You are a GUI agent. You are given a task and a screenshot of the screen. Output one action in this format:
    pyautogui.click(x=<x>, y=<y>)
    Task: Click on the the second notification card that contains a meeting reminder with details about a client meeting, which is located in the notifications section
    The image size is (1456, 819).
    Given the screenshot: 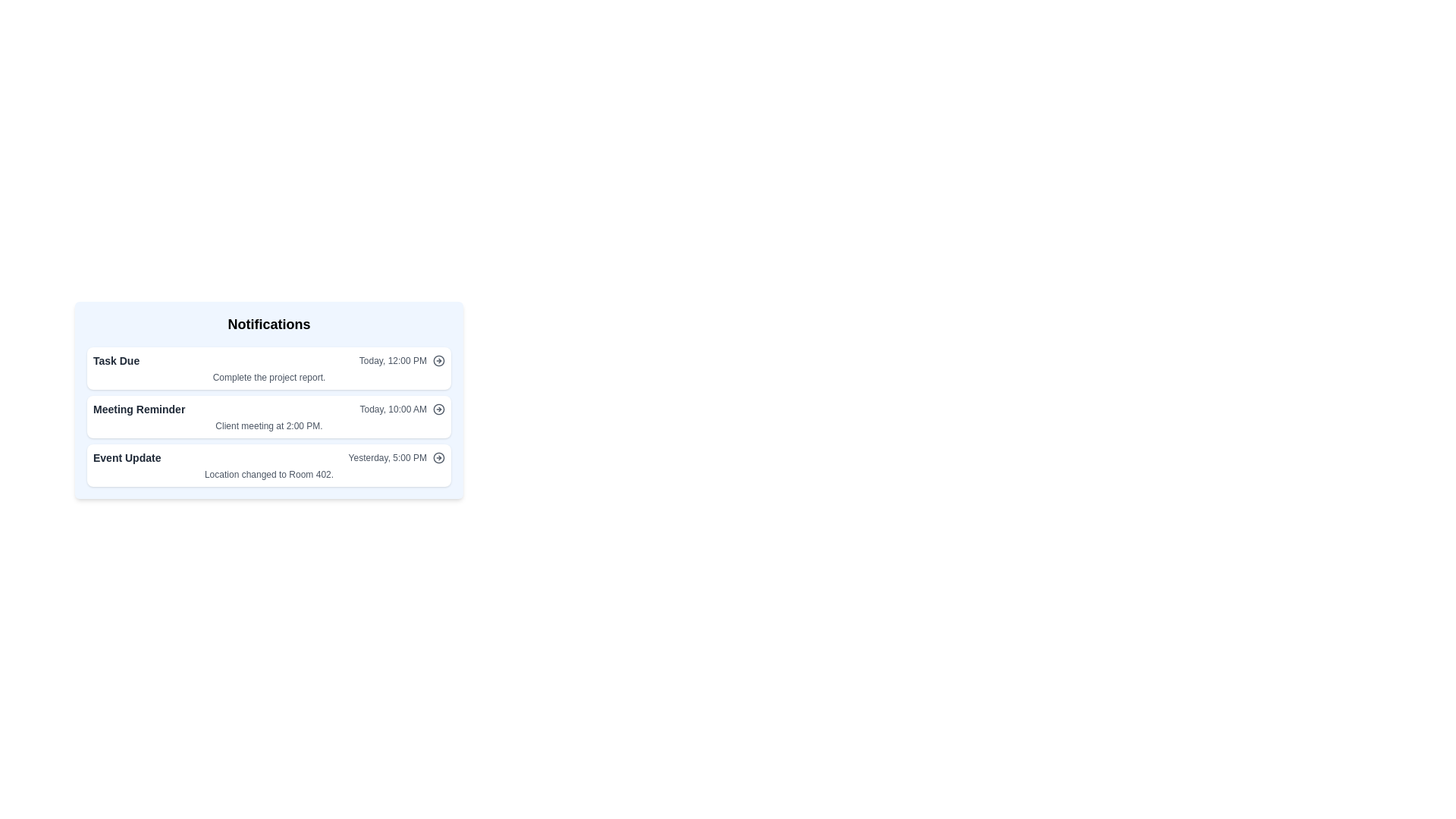 What is the action you would take?
    pyautogui.click(x=269, y=417)
    